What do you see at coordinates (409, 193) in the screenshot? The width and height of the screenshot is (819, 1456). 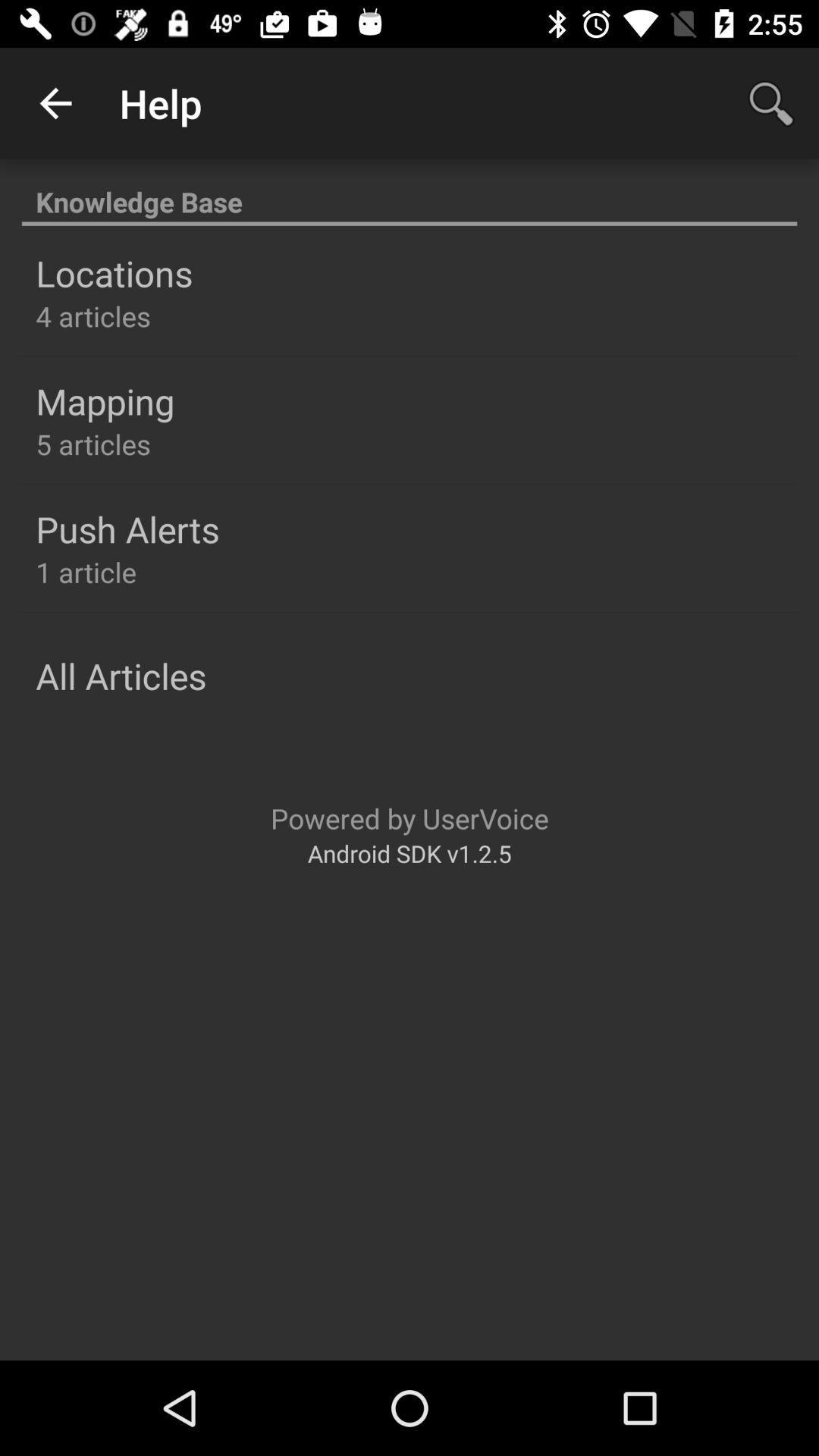 I see `knowledge base item` at bounding box center [409, 193].